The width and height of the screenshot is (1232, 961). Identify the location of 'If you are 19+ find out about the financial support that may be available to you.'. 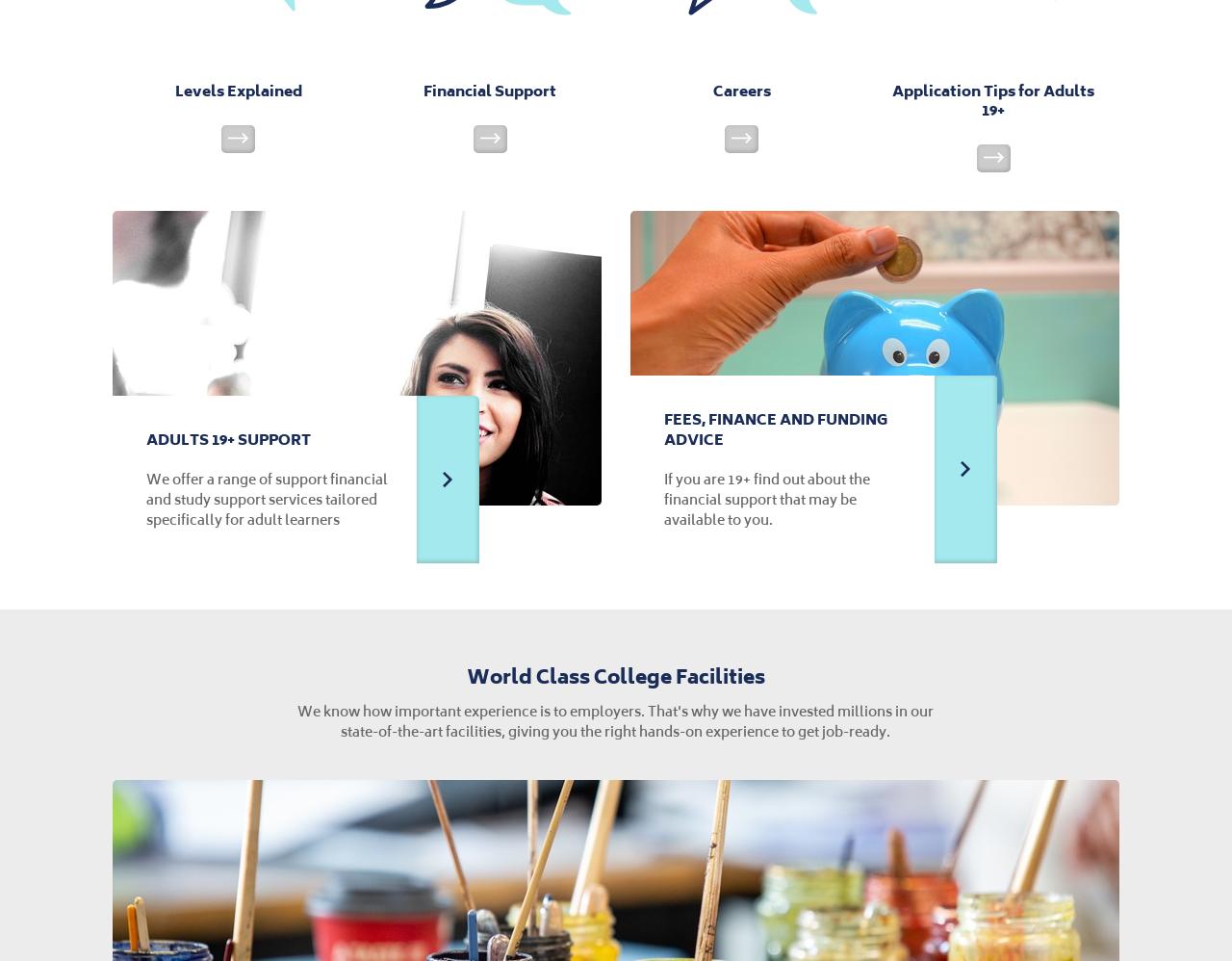
(766, 498).